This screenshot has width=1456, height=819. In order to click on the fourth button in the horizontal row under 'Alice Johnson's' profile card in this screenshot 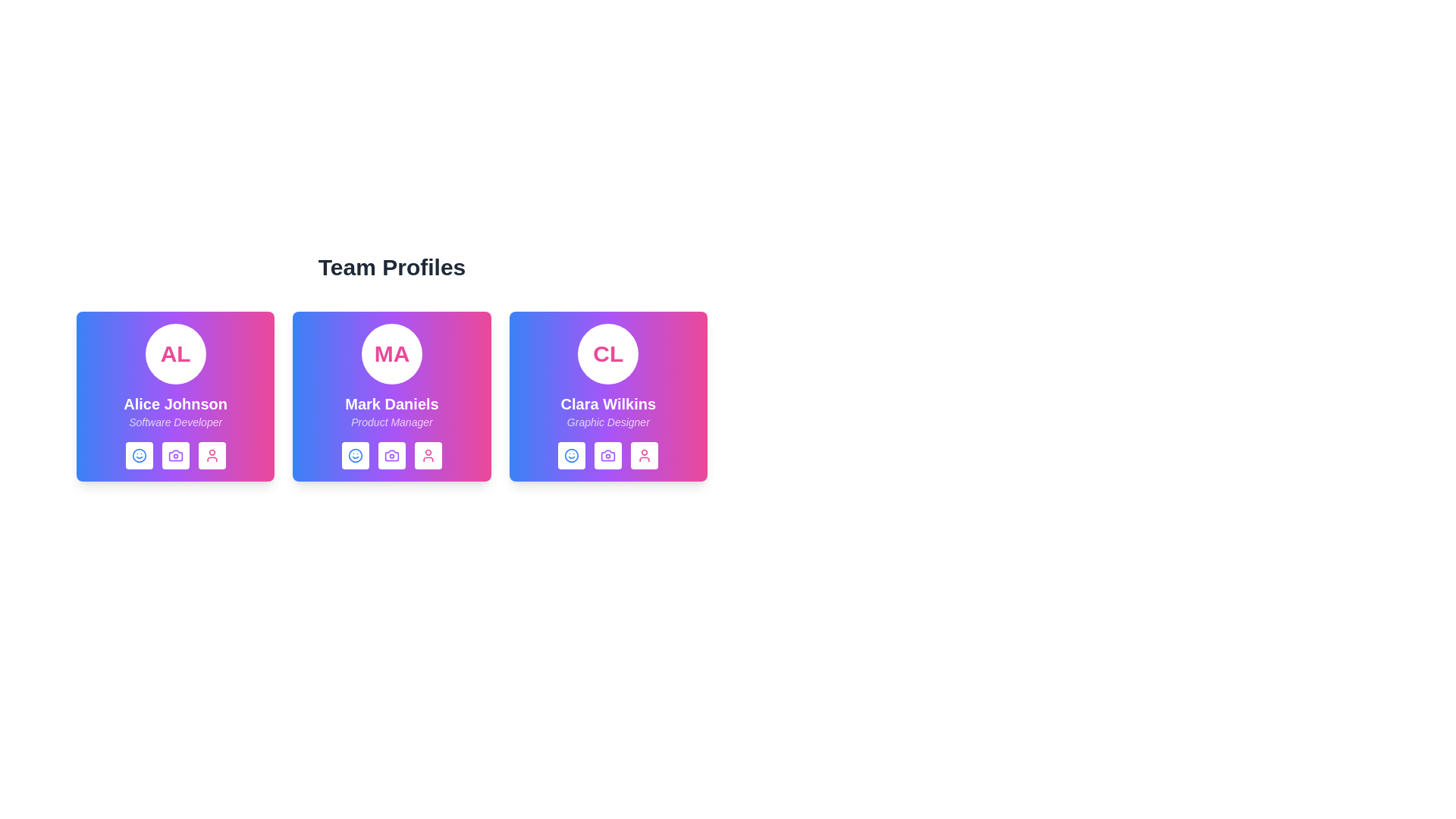, I will do `click(211, 455)`.